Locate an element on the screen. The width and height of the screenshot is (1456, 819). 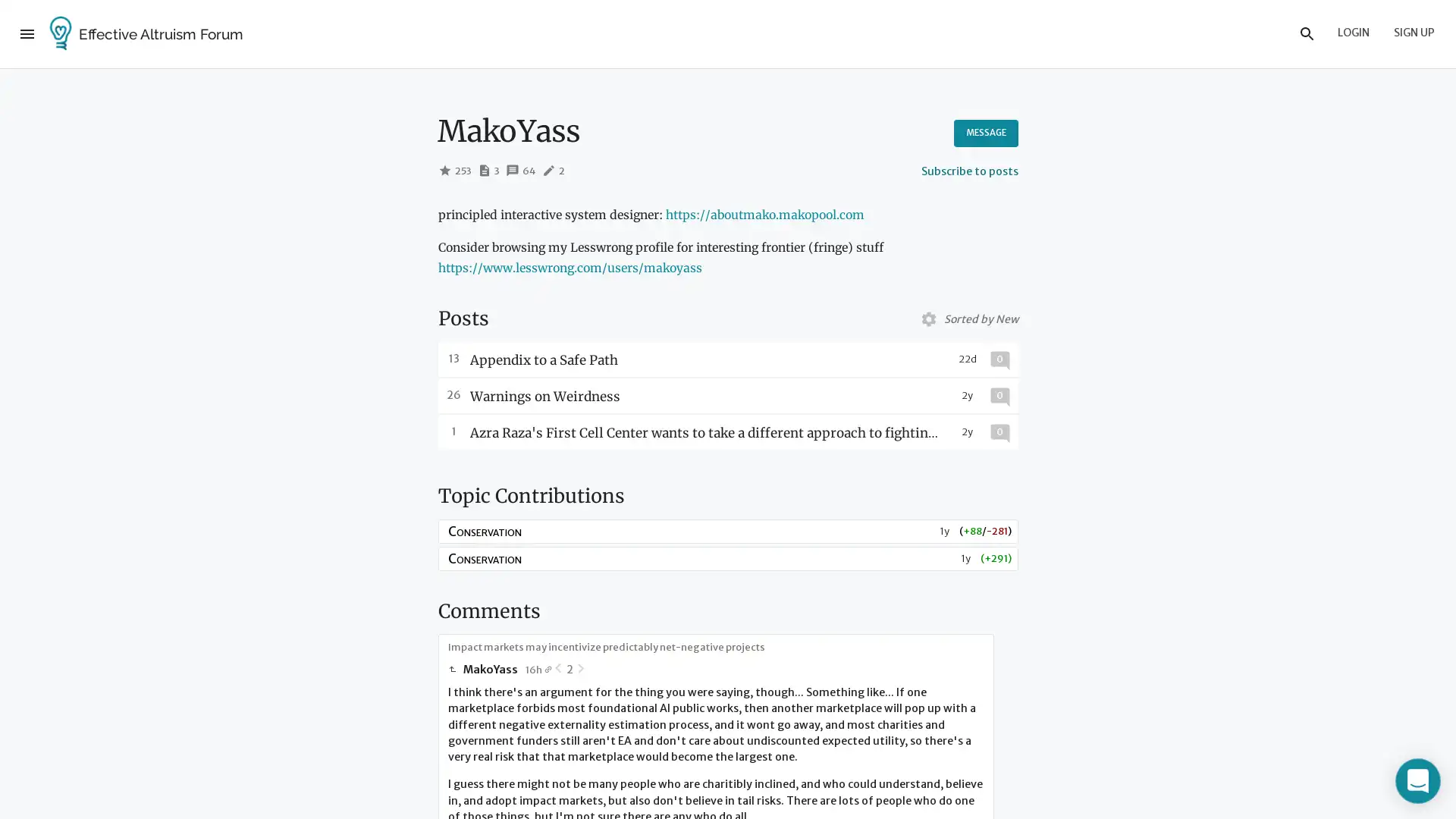
SIGN UP is located at coordinates (1414, 33).